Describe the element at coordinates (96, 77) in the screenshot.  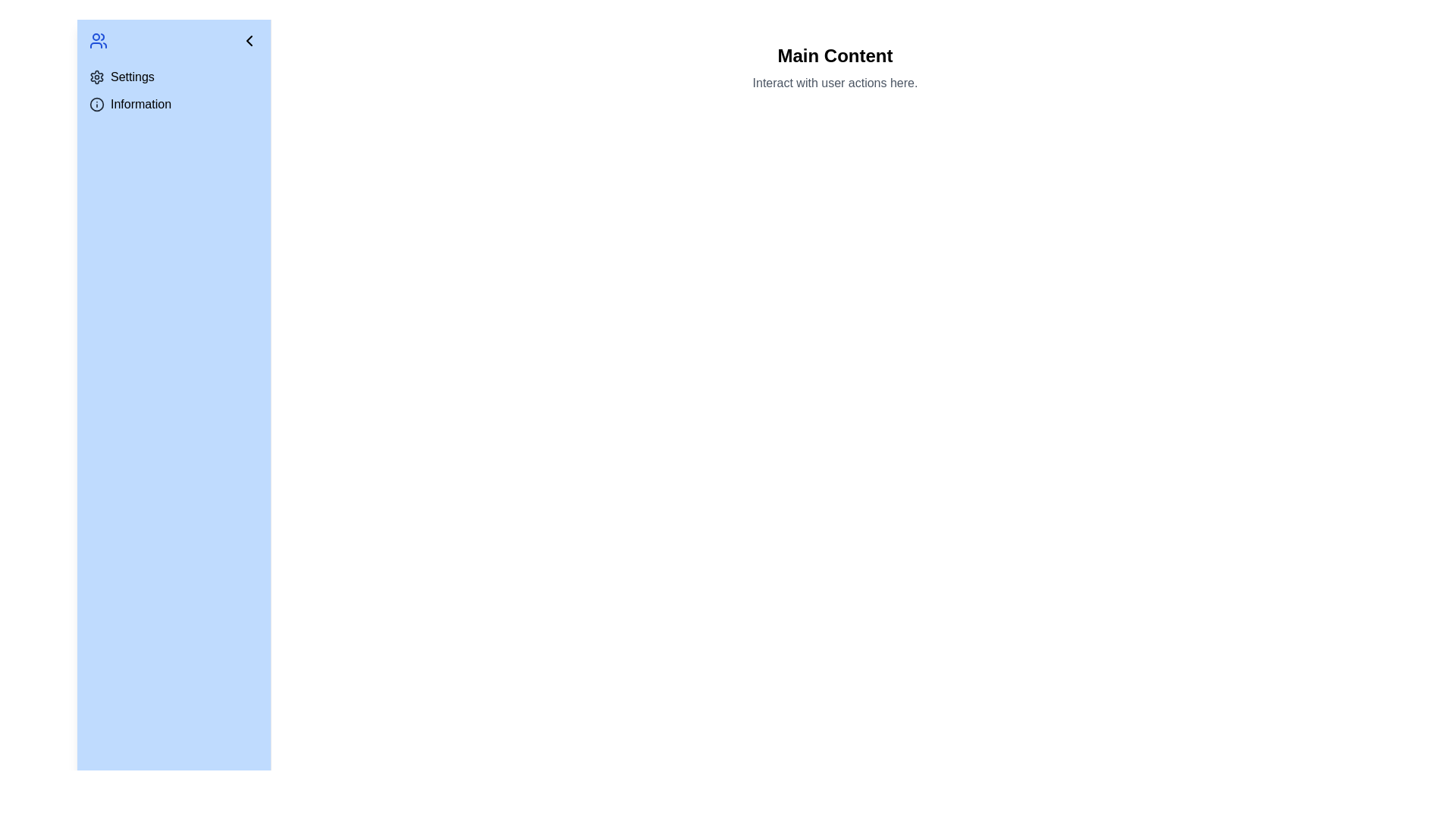
I see `the settings icon, which is depicted as a cogwheel or gear in dark gray, located at the start of the 'Settings' text item in the vertical navigation menu` at that location.